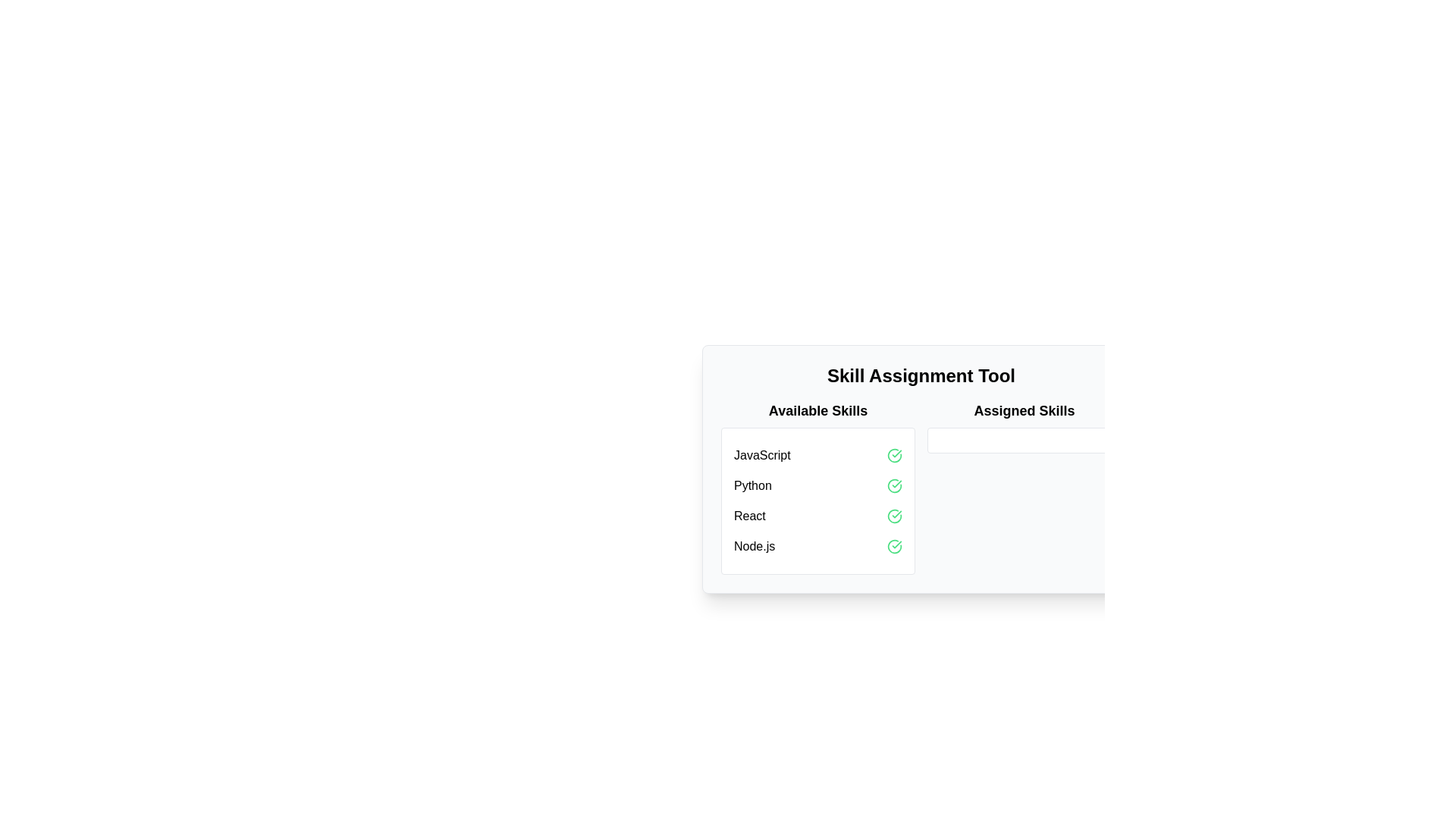 The height and width of the screenshot is (819, 1456). I want to click on the text header labeled 'Available Skills', which is prominently styled and positioned at the top of the left column in the two-column layout, so click(817, 411).